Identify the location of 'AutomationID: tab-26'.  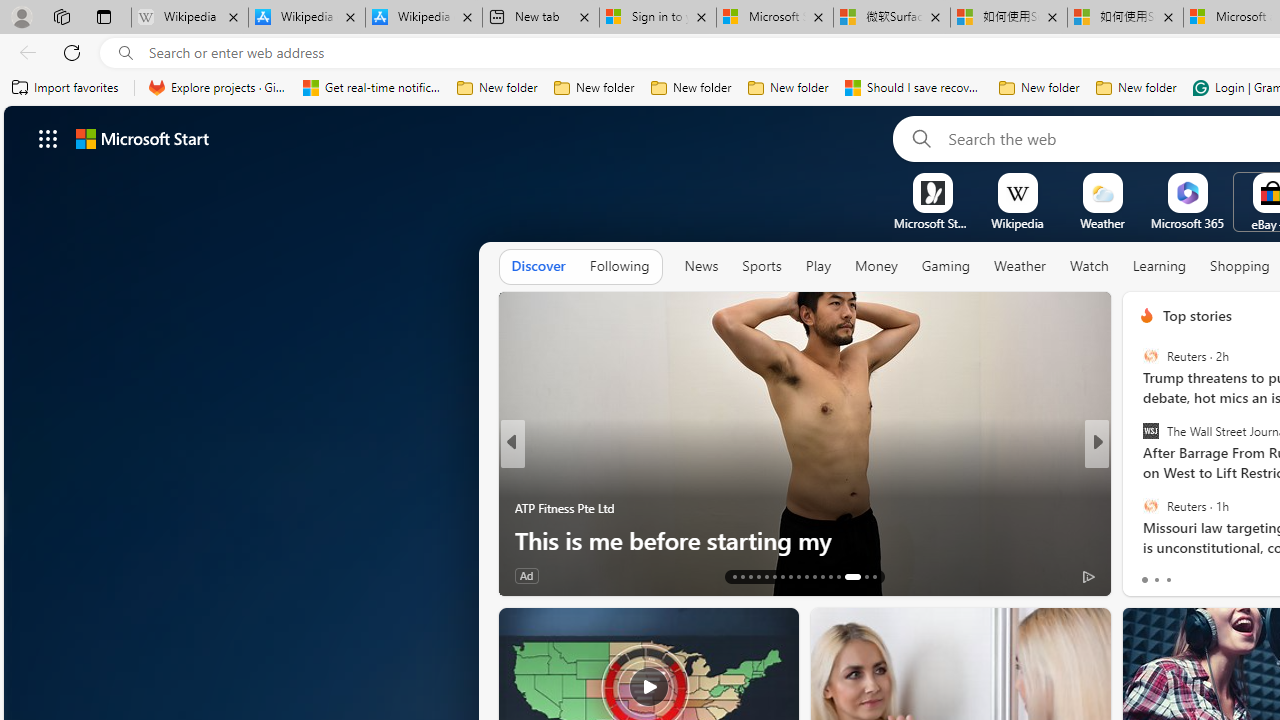
(839, 577).